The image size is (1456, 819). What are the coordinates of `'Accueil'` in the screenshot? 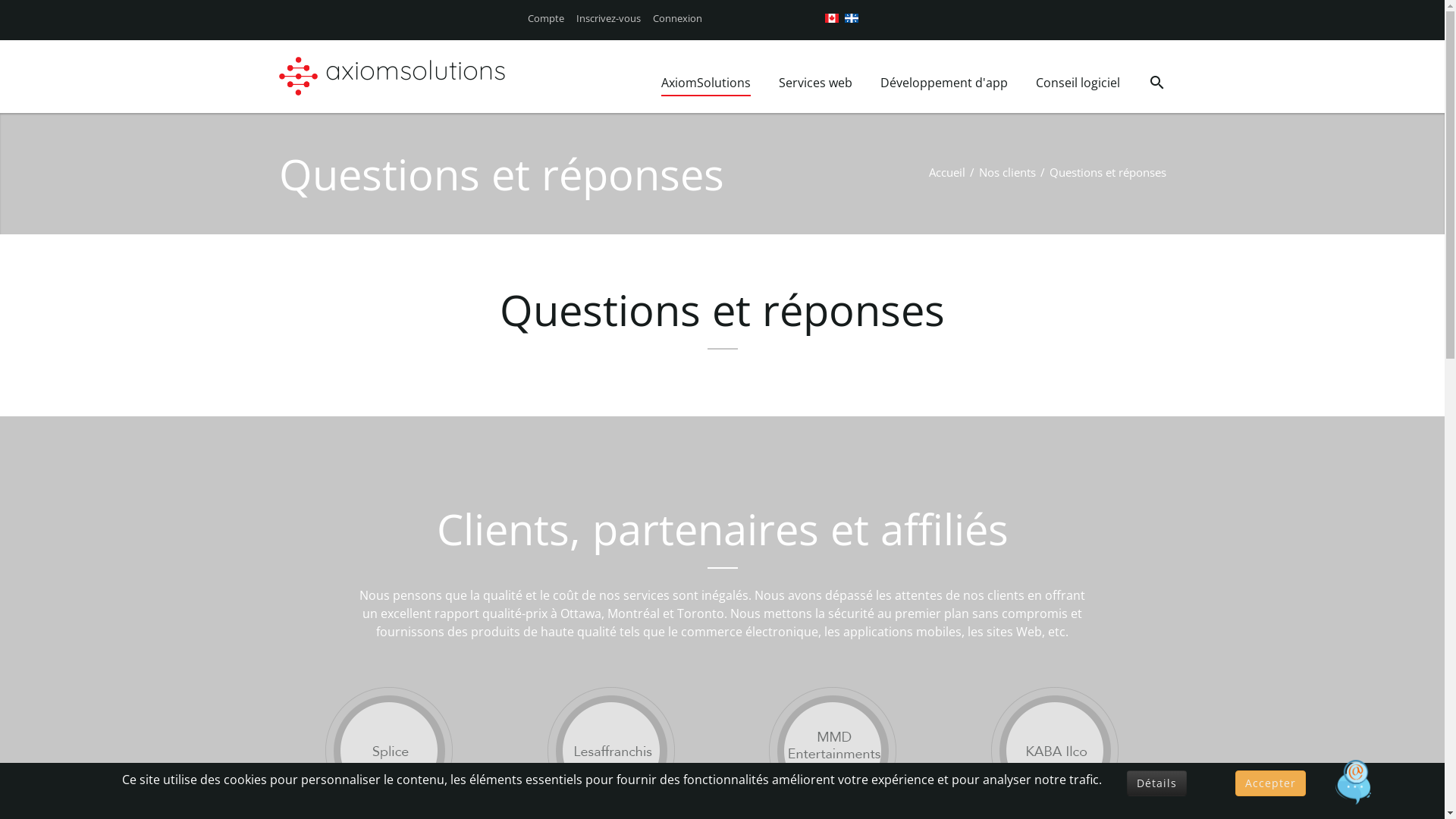 It's located at (946, 171).